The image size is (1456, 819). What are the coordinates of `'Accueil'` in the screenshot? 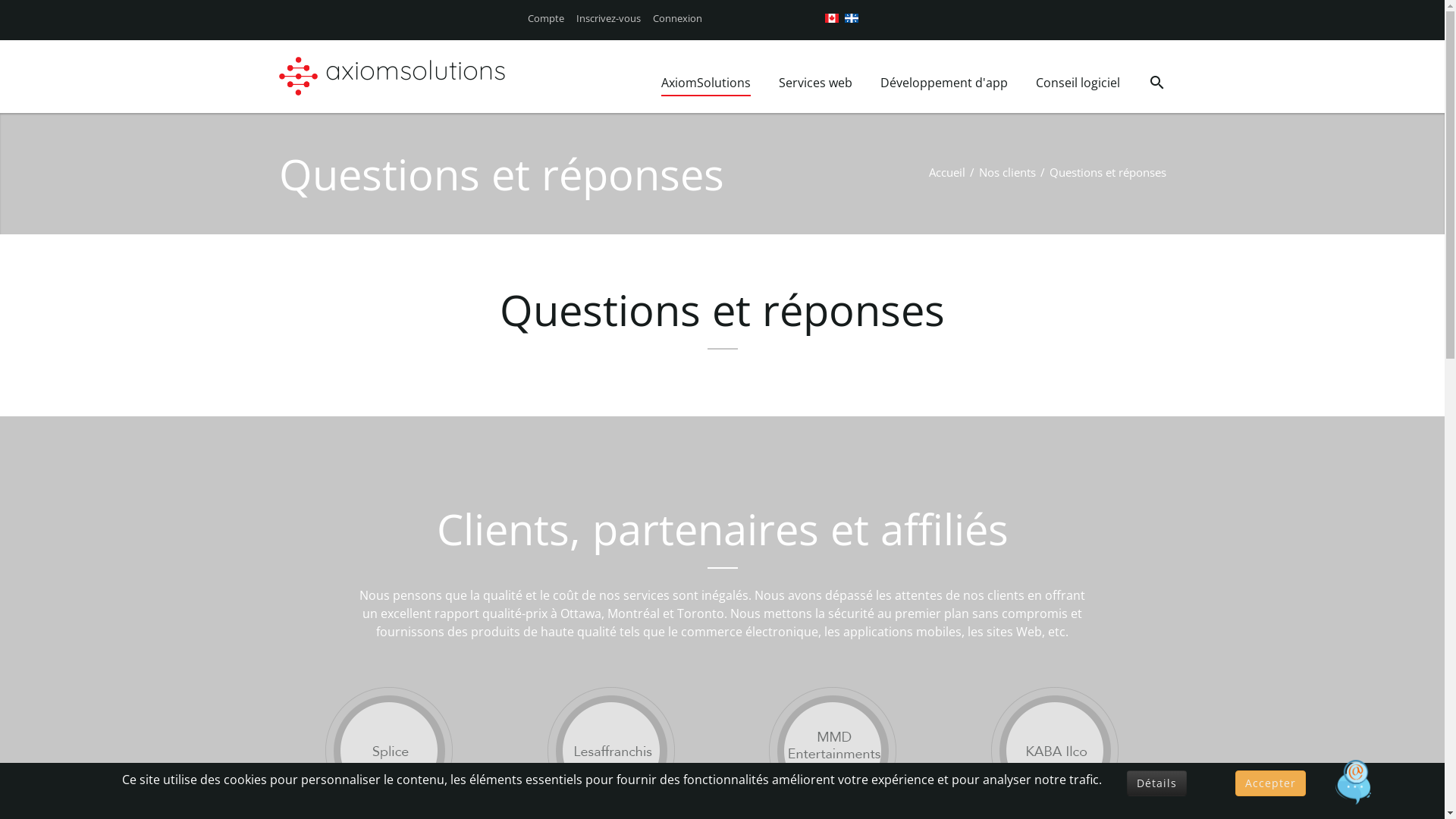 It's located at (946, 171).